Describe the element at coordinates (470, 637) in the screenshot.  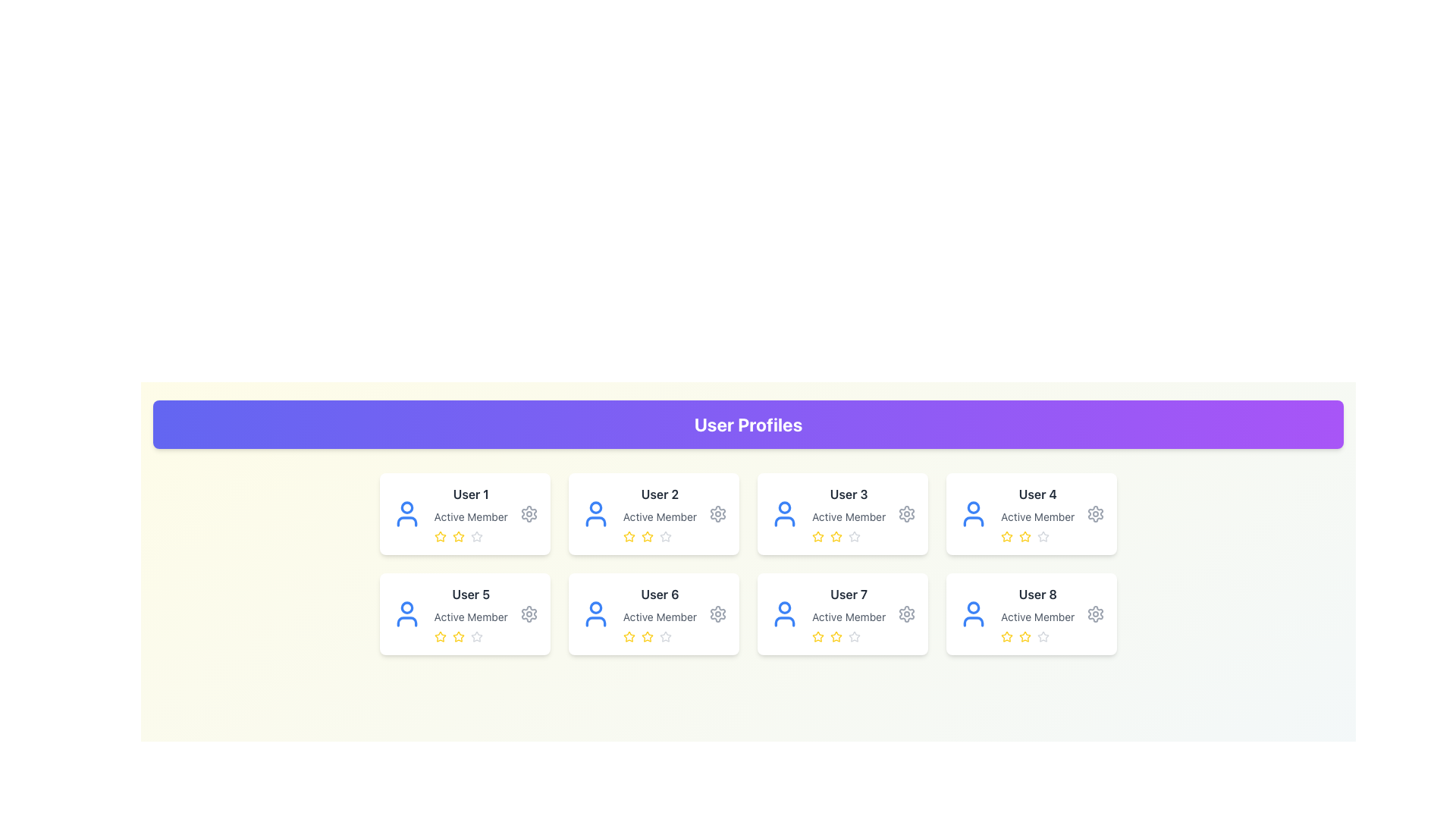
I see `the Rating Indicator located in the profile card of 'User 5', which is underneath the text 'Active Member' and aligned horizontally` at that location.